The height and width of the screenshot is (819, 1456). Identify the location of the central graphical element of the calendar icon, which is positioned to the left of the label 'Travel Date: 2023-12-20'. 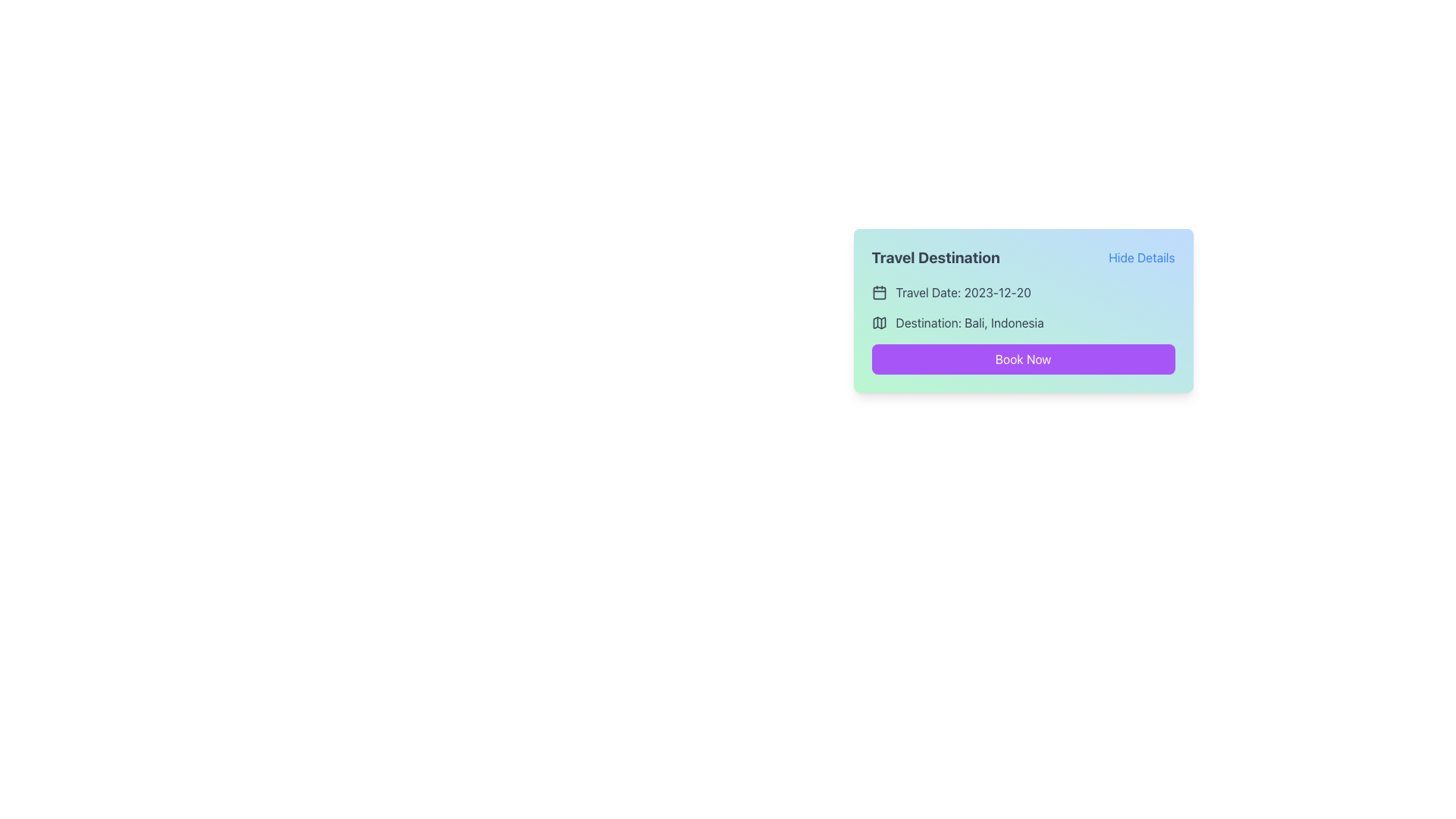
(879, 293).